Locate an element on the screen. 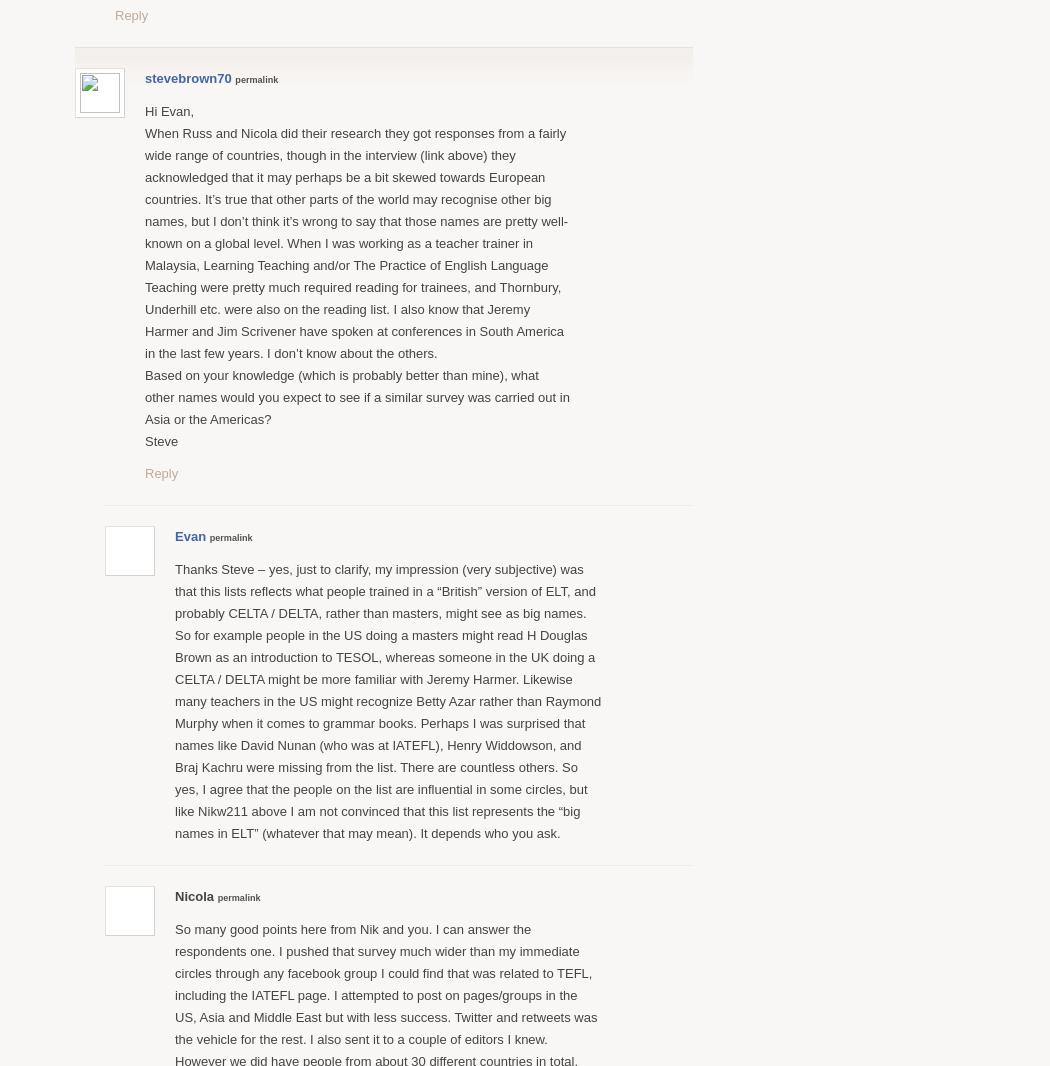  'Nicola' is located at coordinates (175, 895).